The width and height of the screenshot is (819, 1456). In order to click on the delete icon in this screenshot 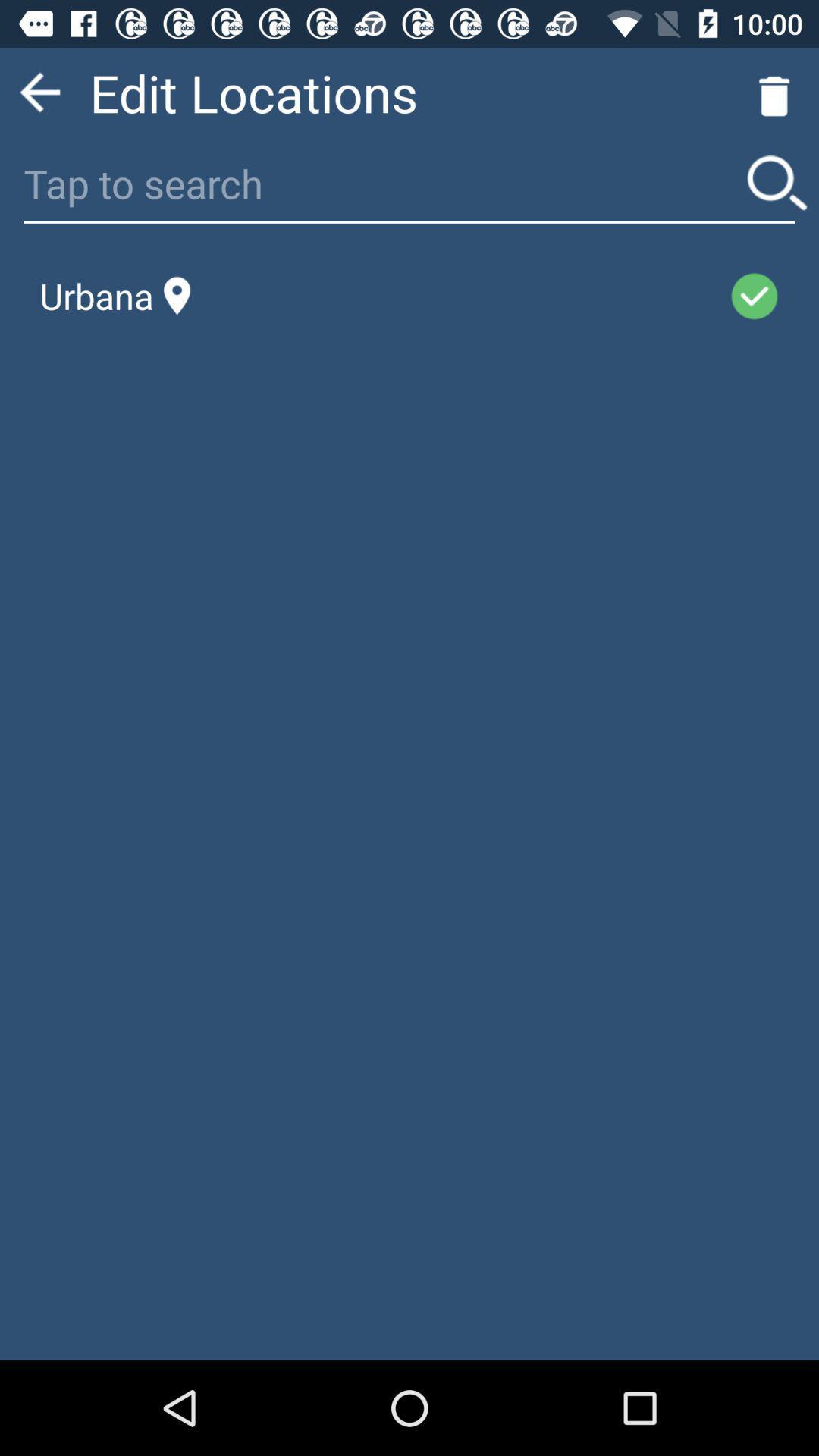, I will do `click(774, 92)`.